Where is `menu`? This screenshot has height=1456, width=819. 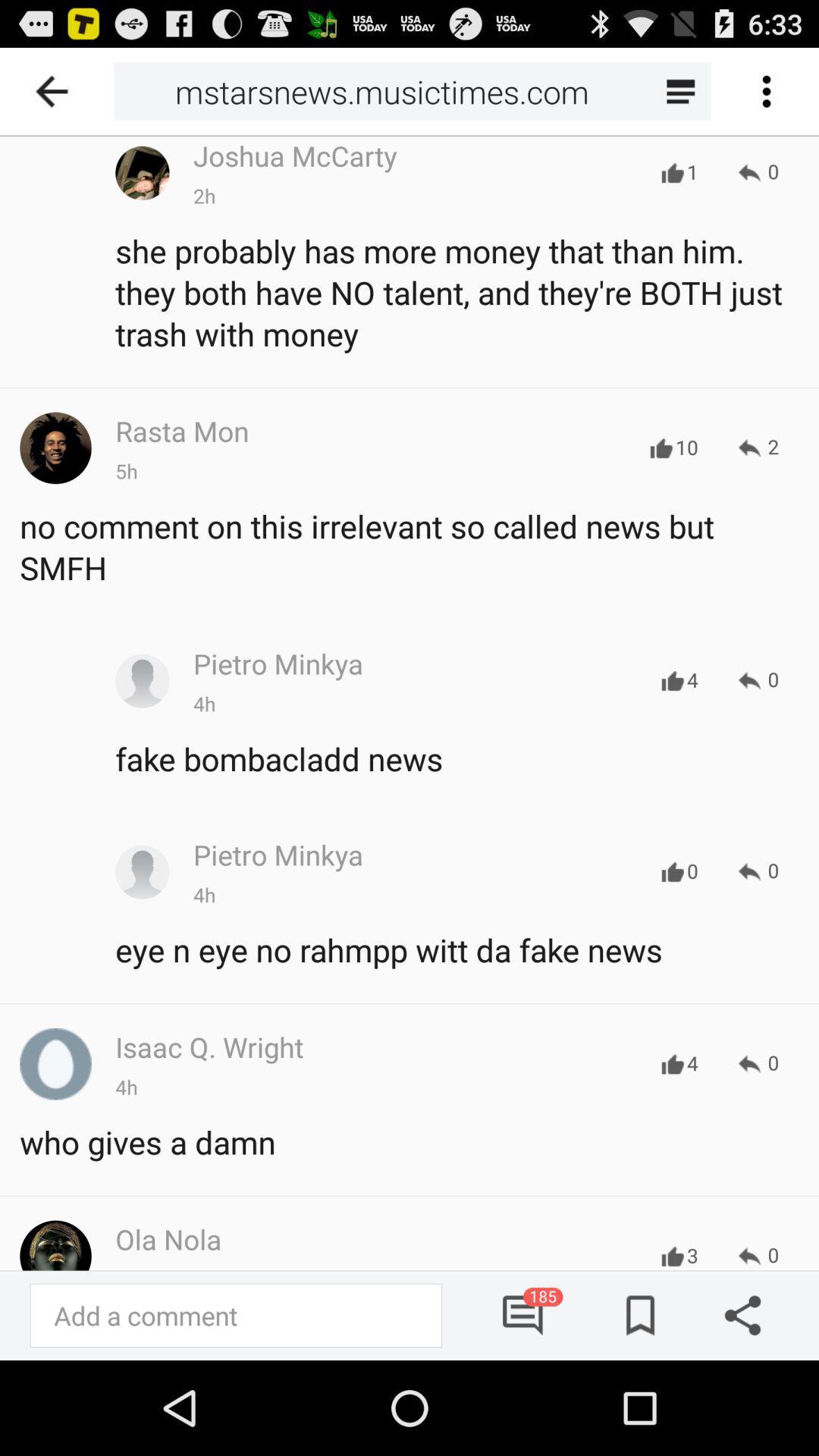
menu is located at coordinates (766, 90).